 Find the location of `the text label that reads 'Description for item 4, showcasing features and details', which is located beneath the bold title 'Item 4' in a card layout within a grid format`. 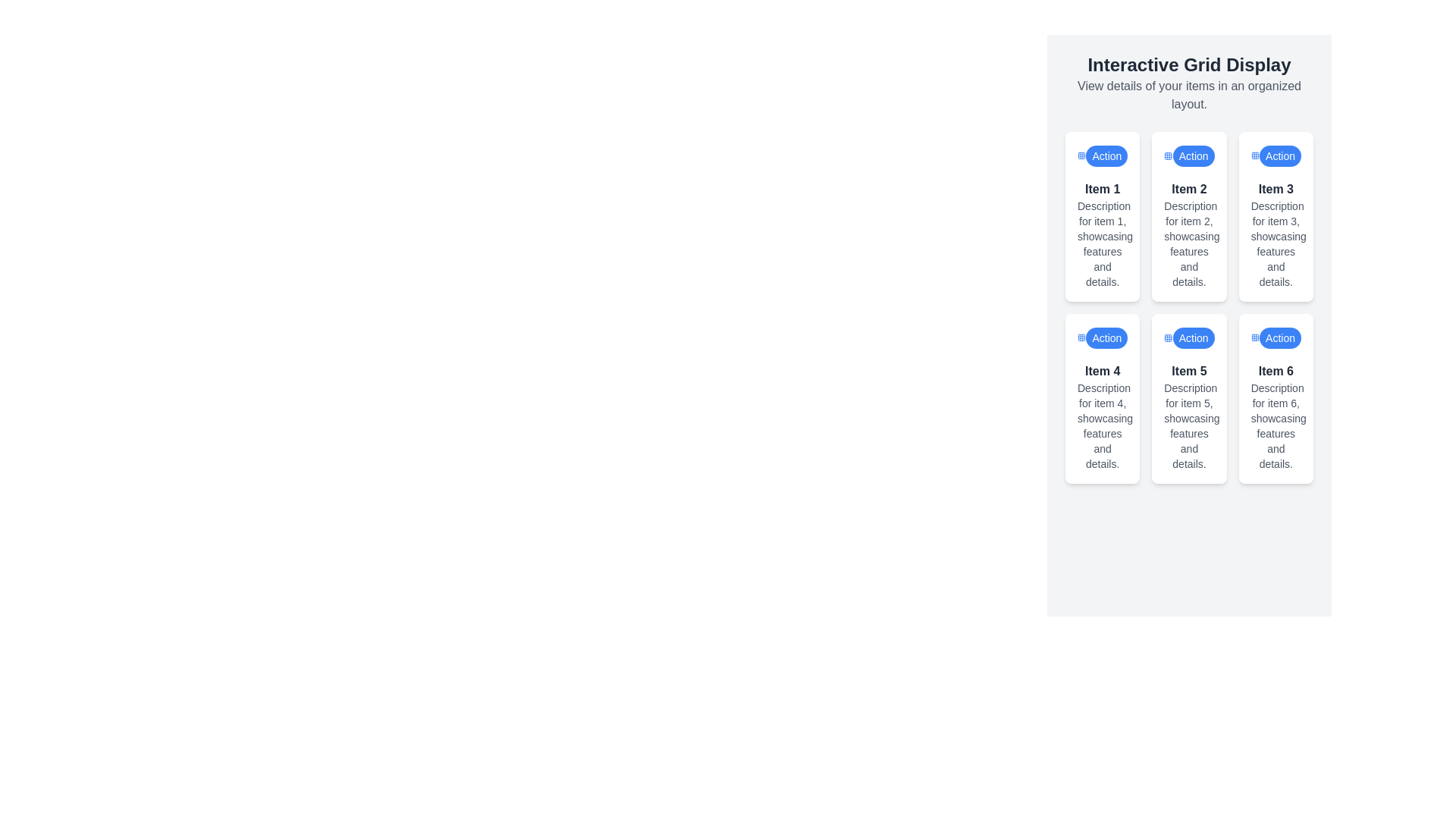

the text label that reads 'Description for item 4, showcasing features and details', which is located beneath the bold title 'Item 4' in a card layout within a grid format is located at coordinates (1103, 426).